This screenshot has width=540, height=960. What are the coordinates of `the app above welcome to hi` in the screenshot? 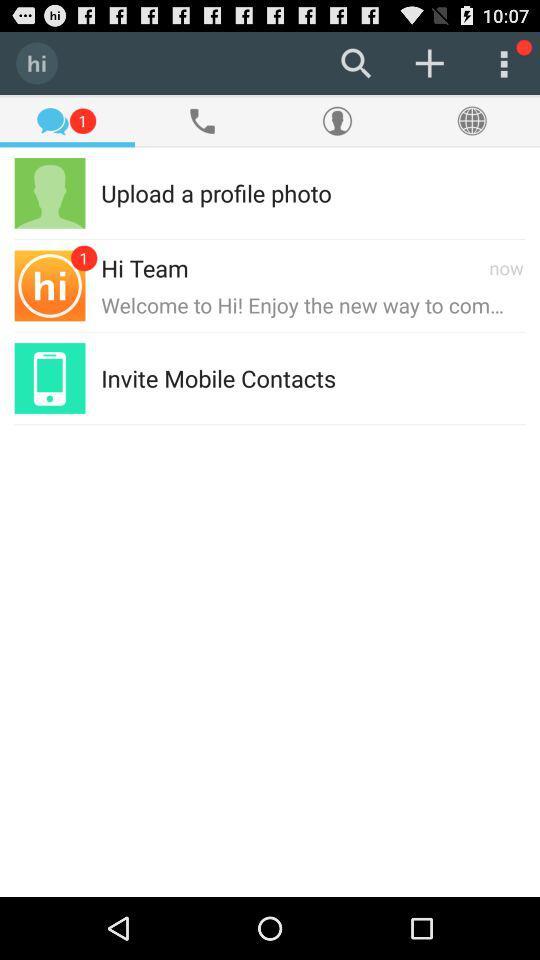 It's located at (505, 266).